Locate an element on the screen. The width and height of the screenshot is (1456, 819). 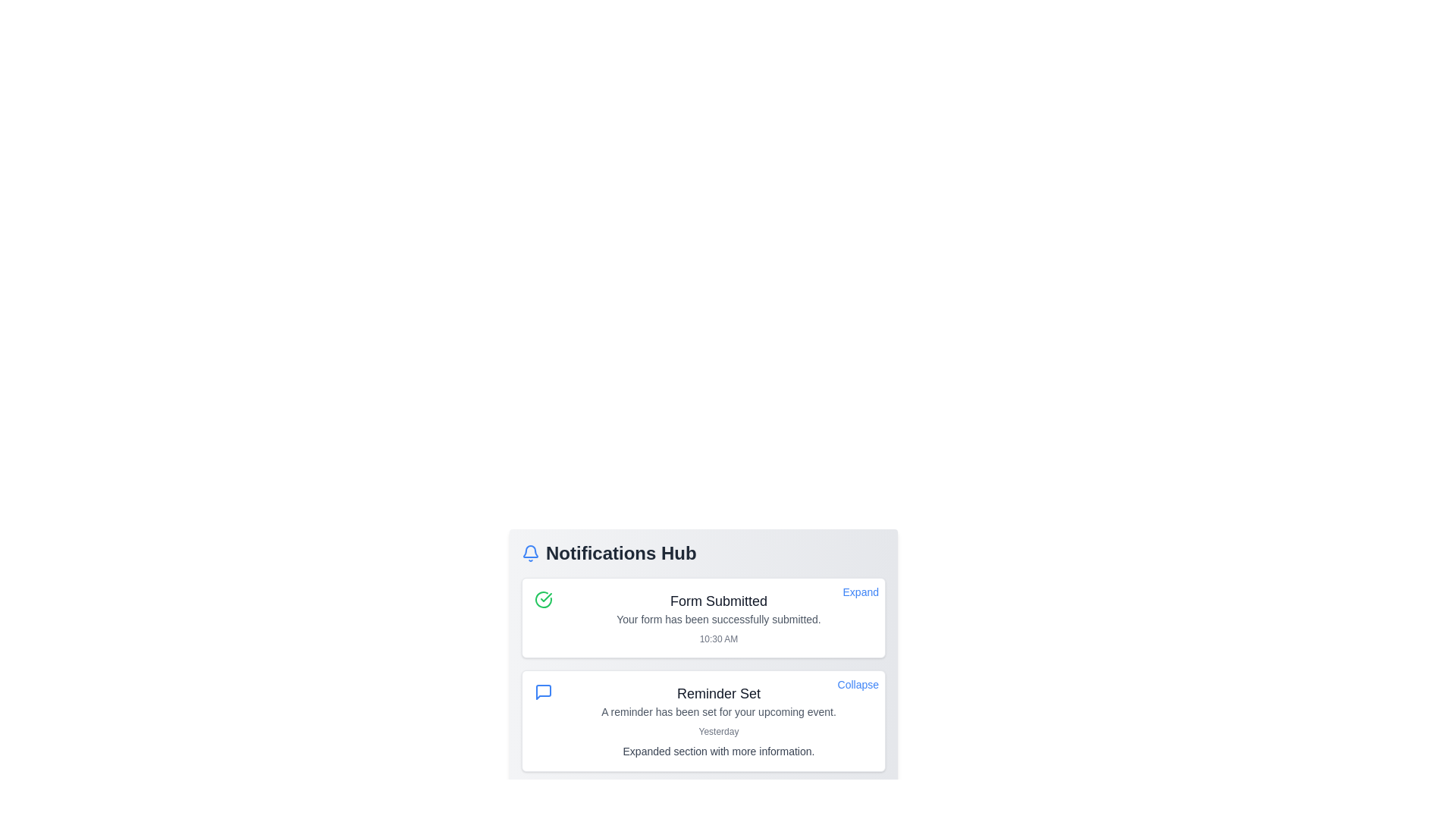
the textual header 'Reminder Set' which is prominently displayed at the top of the notification box, styled with a larger font size and dark gray color is located at coordinates (718, 693).